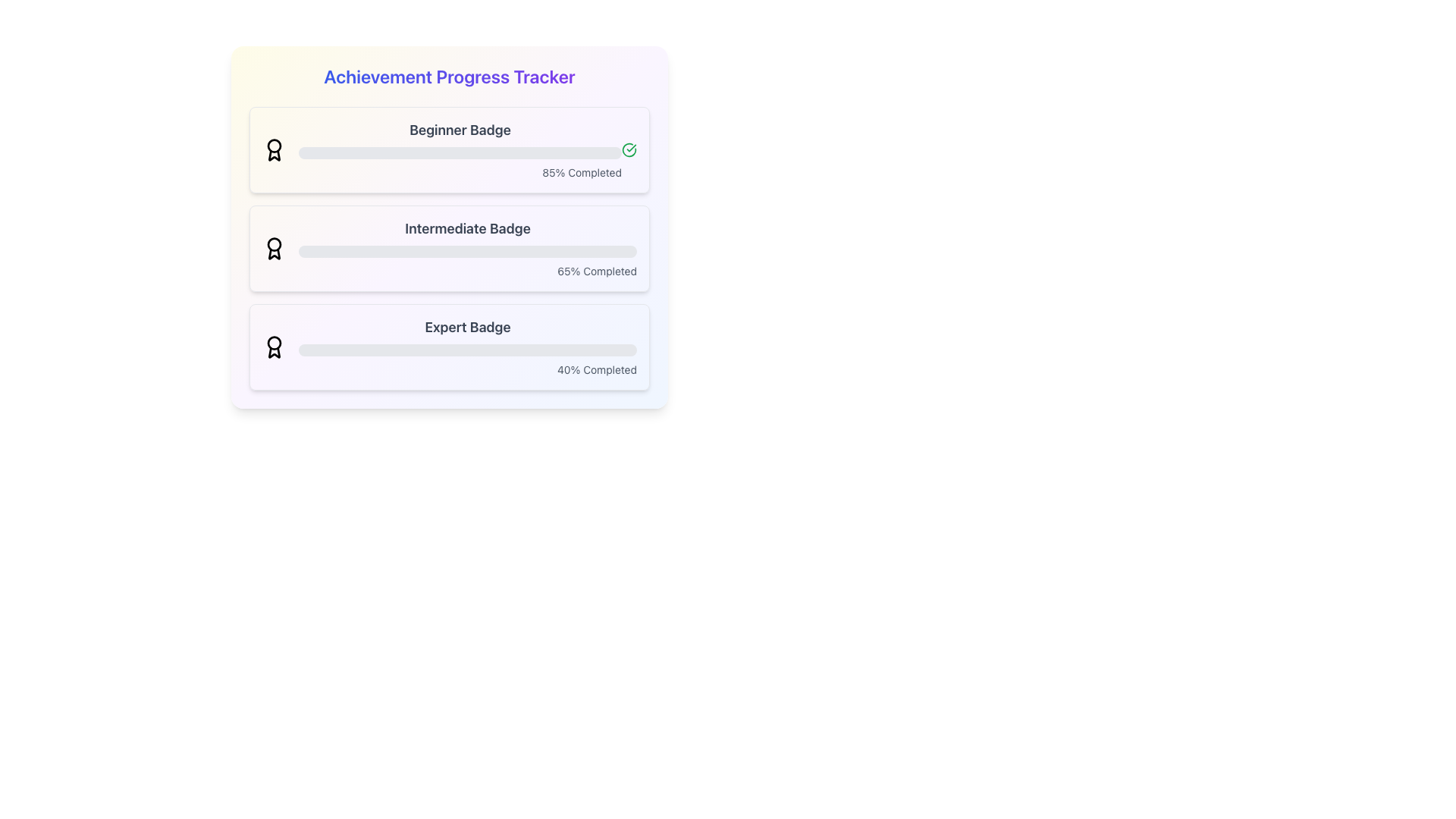  I want to click on the 'Expert Badge' icon located in the third card of the Achievement Progress Tracker section to visually represent the badge's identity, so click(274, 347).